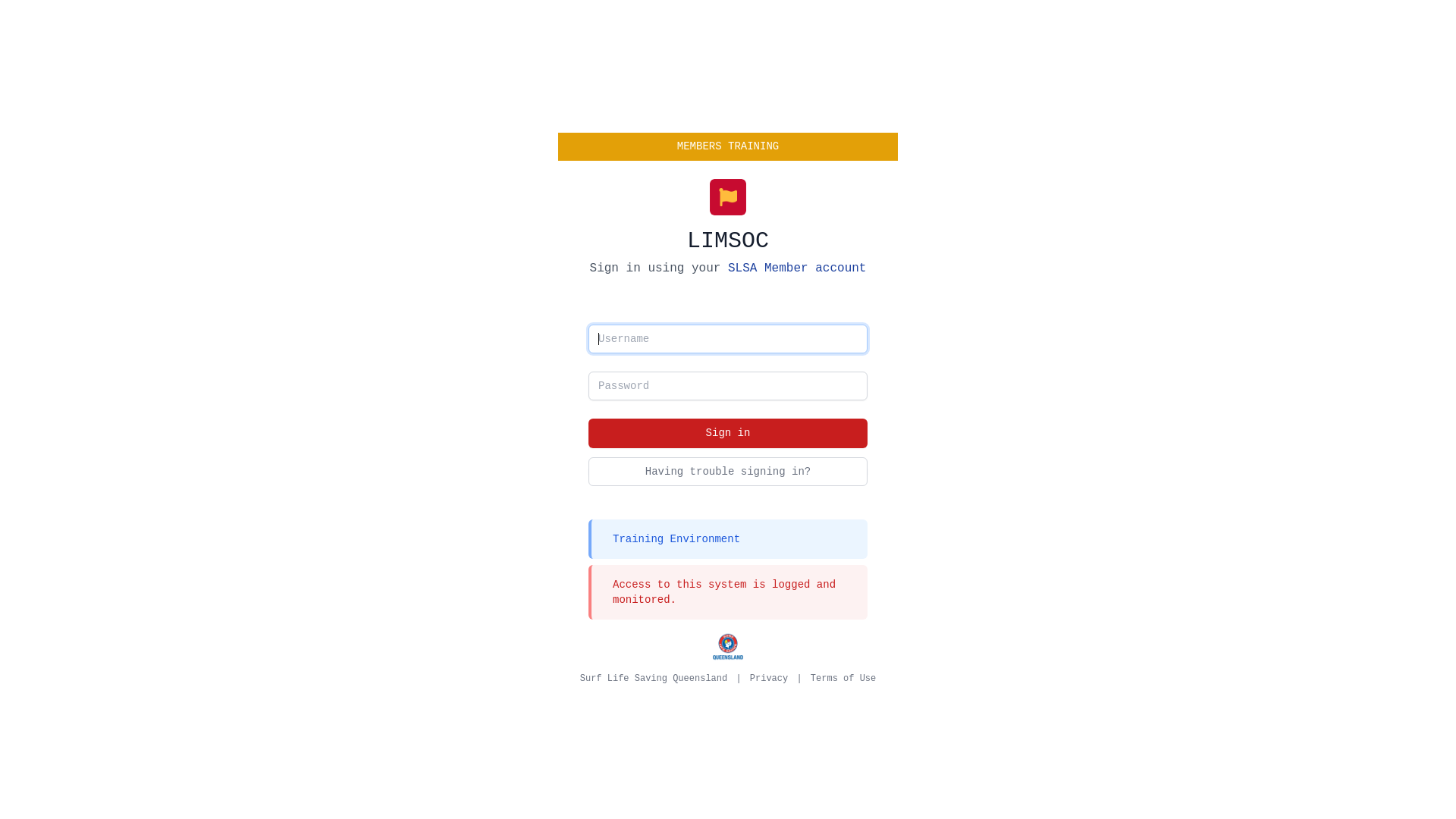 The width and height of the screenshot is (1456, 819). What do you see at coordinates (768, 677) in the screenshot?
I see `'Privacy'` at bounding box center [768, 677].